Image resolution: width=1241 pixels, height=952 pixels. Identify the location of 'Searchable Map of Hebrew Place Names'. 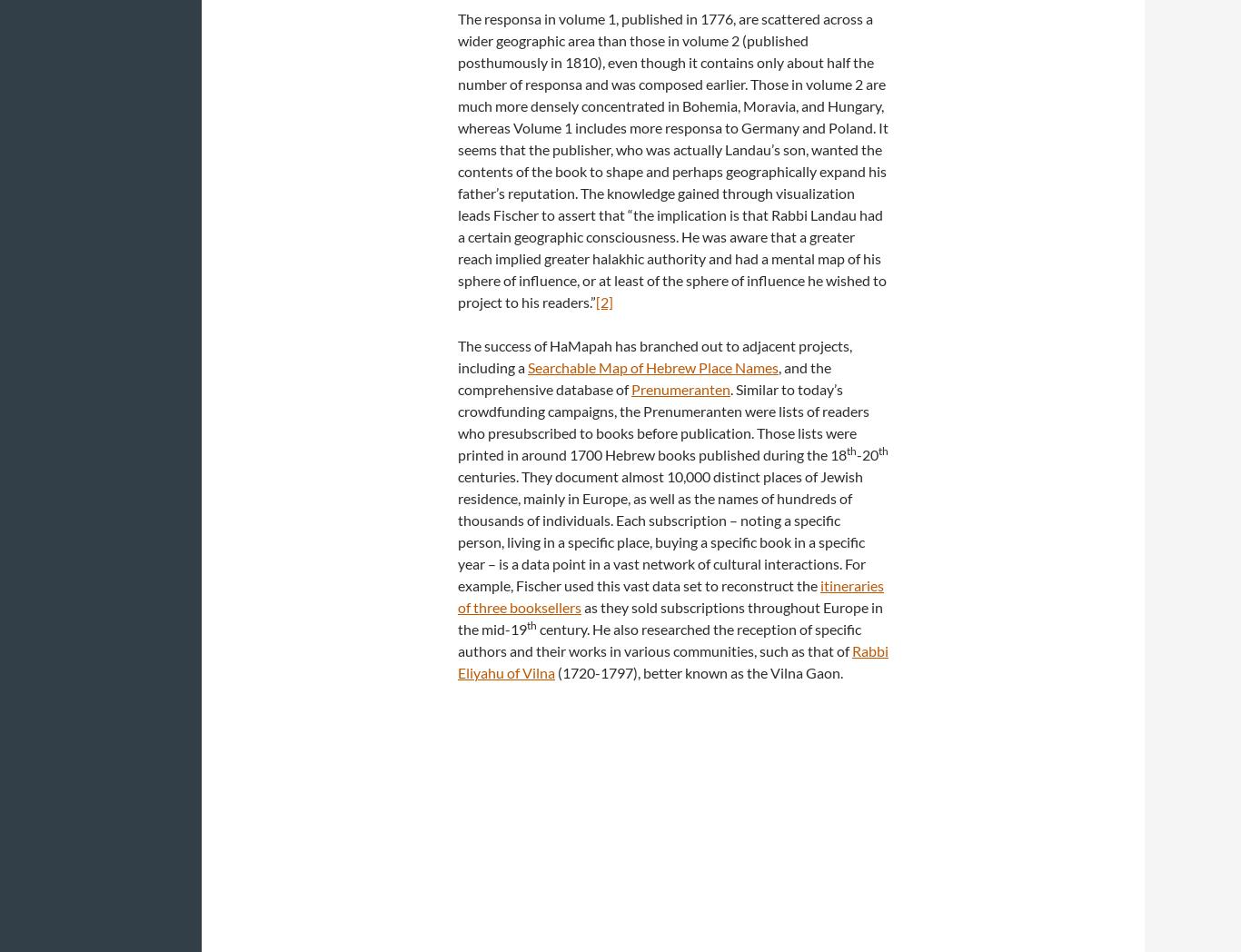
(653, 367).